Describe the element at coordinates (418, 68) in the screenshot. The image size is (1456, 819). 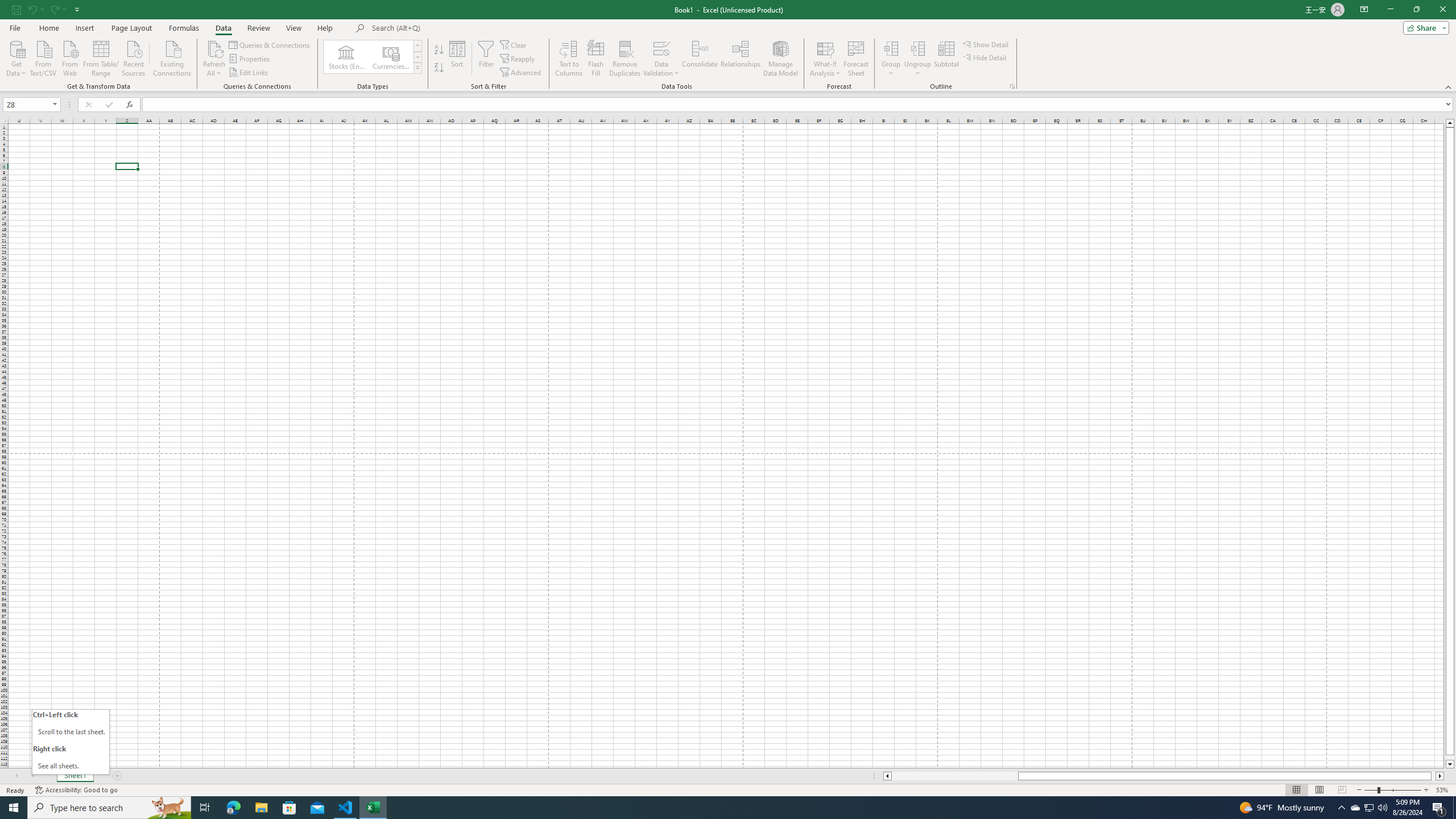
I see `'Class: NetUIImage'` at that location.